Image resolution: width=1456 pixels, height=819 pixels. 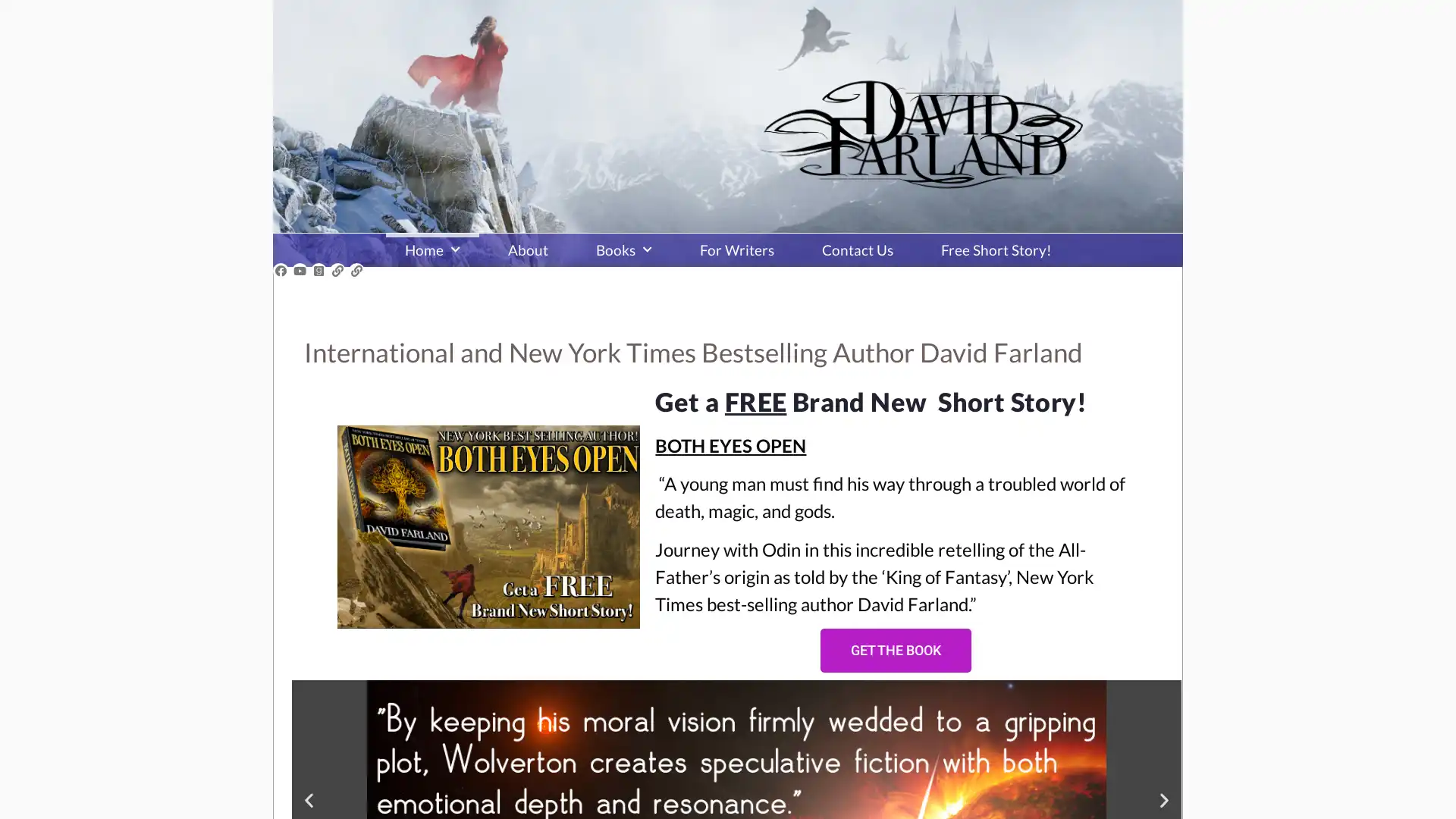 I want to click on GET THE BOOK, so click(x=895, y=649).